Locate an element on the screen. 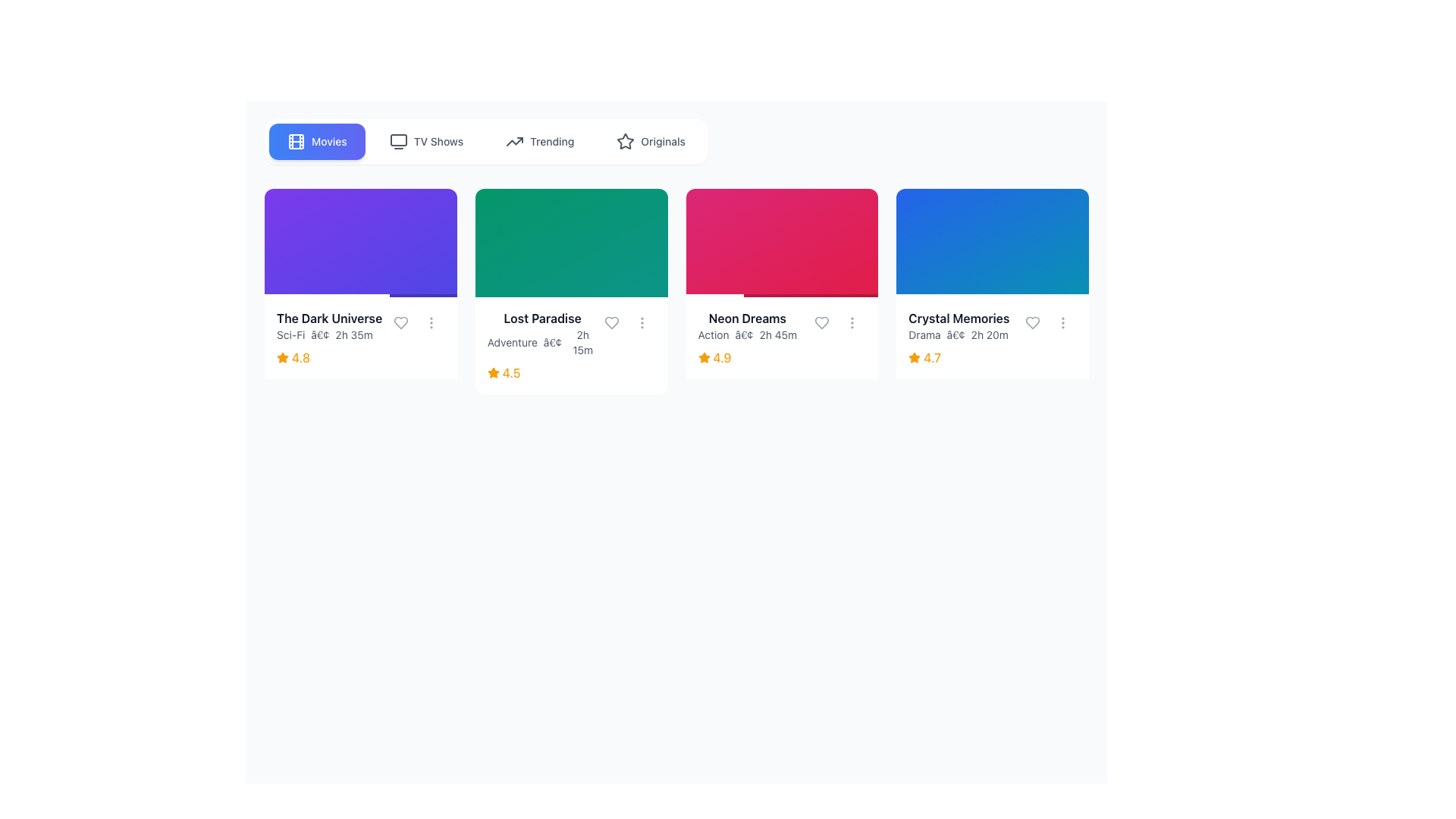 The height and width of the screenshot is (819, 1456). the informational text displaying '2h 45m', which is styled in gray and part of the movie details for 'Neon Dreams' is located at coordinates (778, 334).